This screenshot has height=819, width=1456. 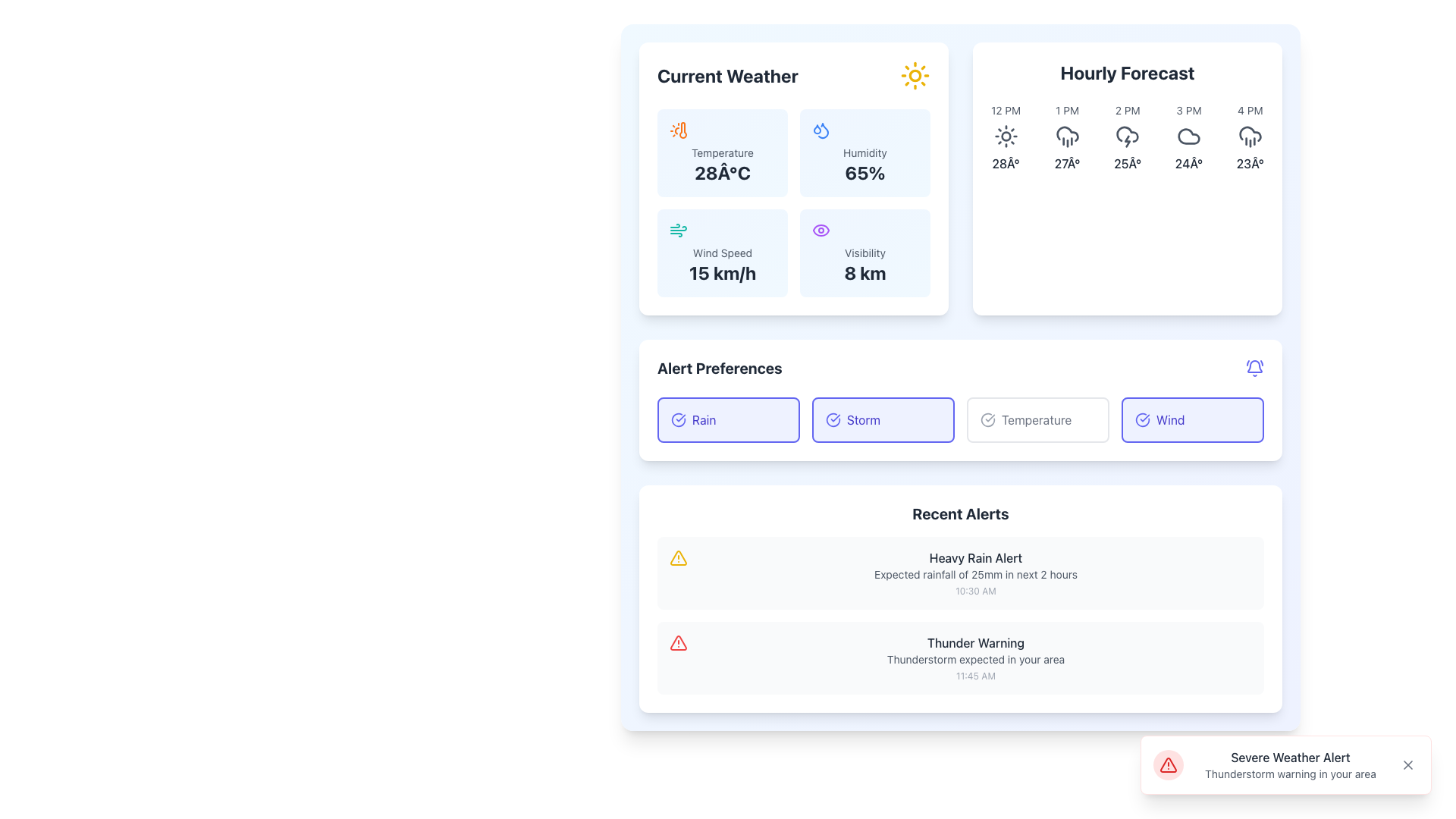 What do you see at coordinates (1037, 420) in the screenshot?
I see `the 'Temperature' button` at bounding box center [1037, 420].